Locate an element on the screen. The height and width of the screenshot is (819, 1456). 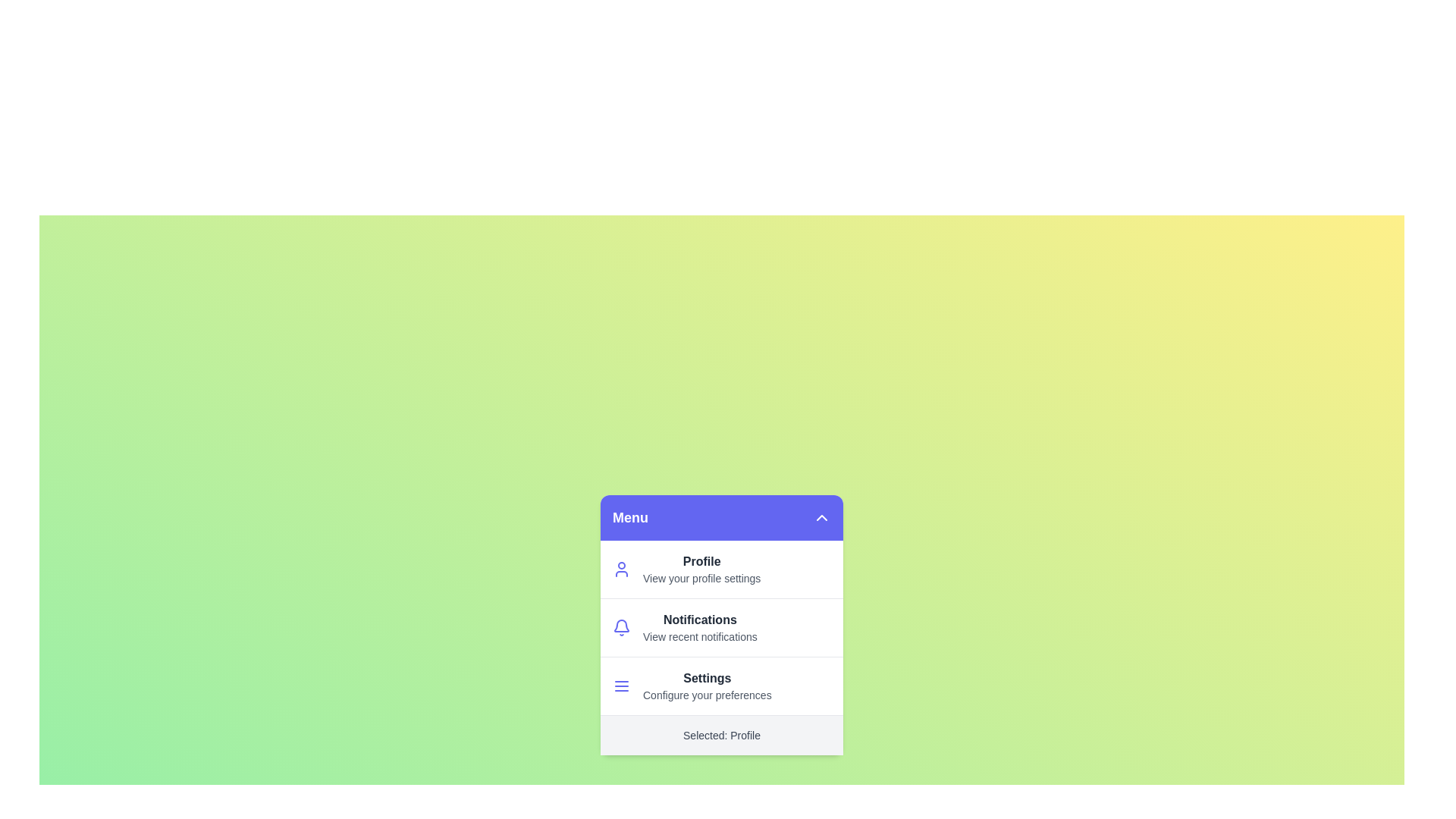
the header arrow button to toggle the menu's state is located at coordinates (821, 516).